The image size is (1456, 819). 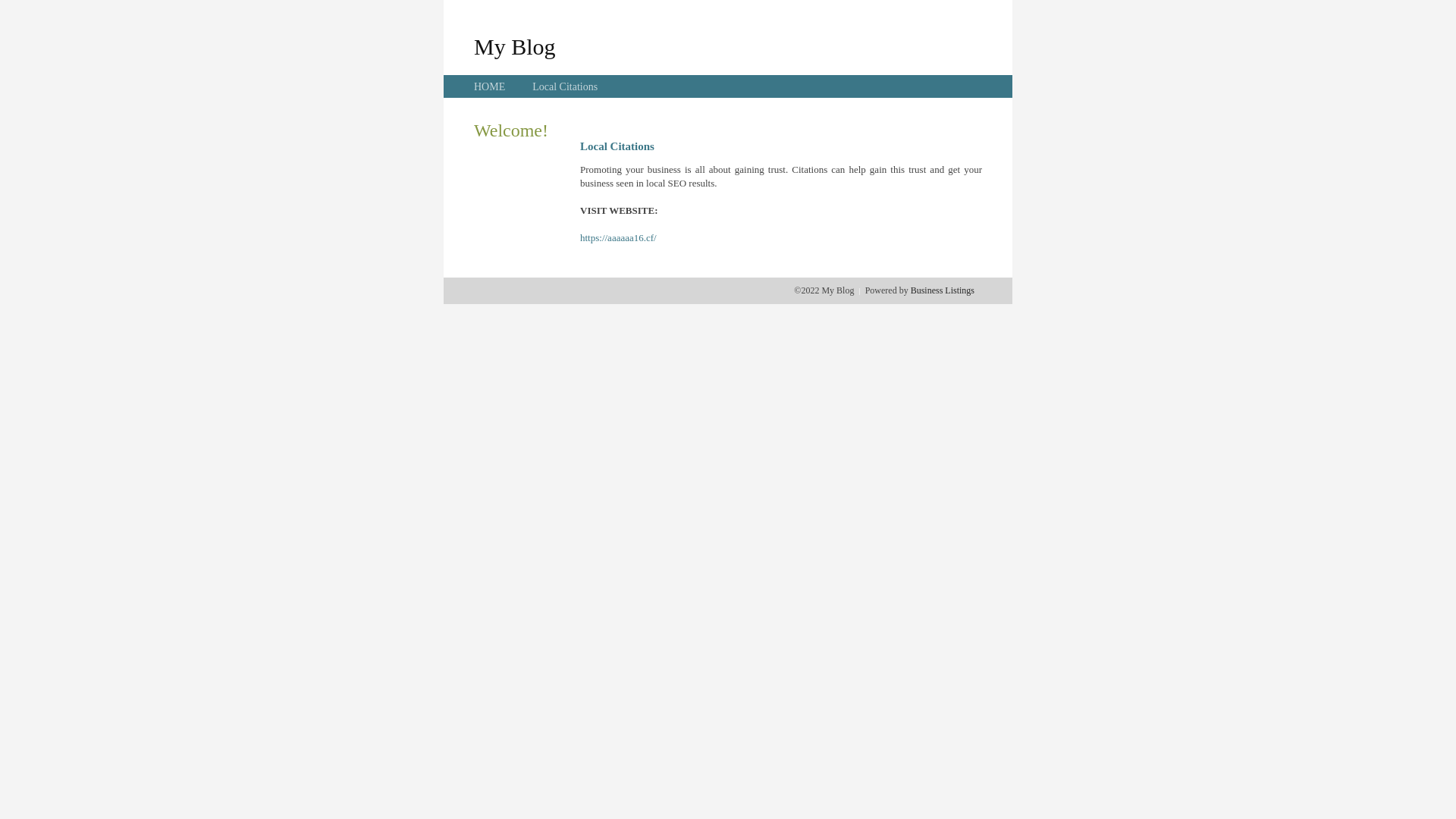 I want to click on 'My Blog', so click(x=514, y=45).